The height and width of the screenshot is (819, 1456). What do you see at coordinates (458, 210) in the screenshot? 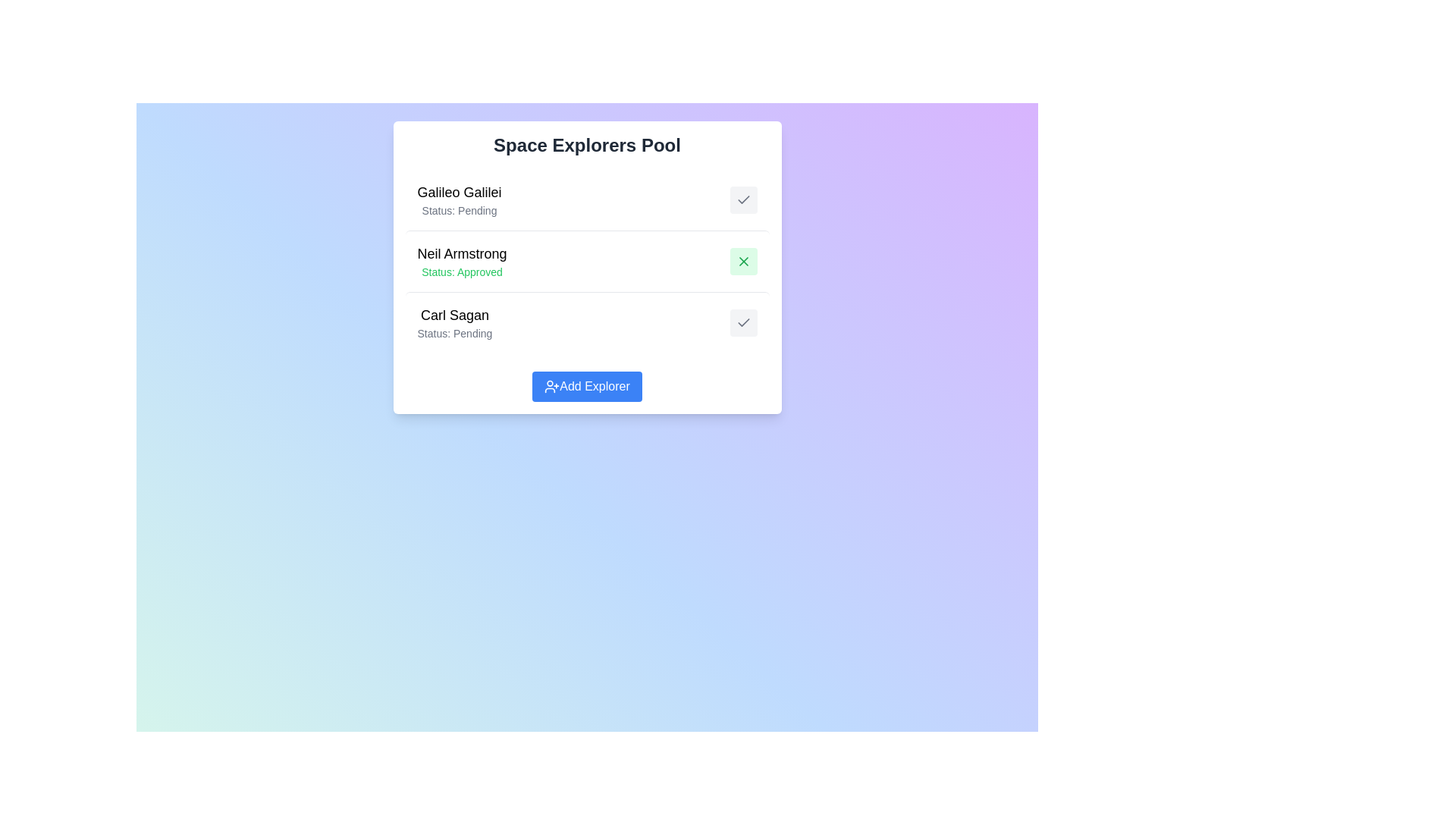
I see `the gray text block displaying 'Status: Pending' located beneath 'Galileo Galilei' in the item listing under 'Space Explorers Pool'` at bounding box center [458, 210].